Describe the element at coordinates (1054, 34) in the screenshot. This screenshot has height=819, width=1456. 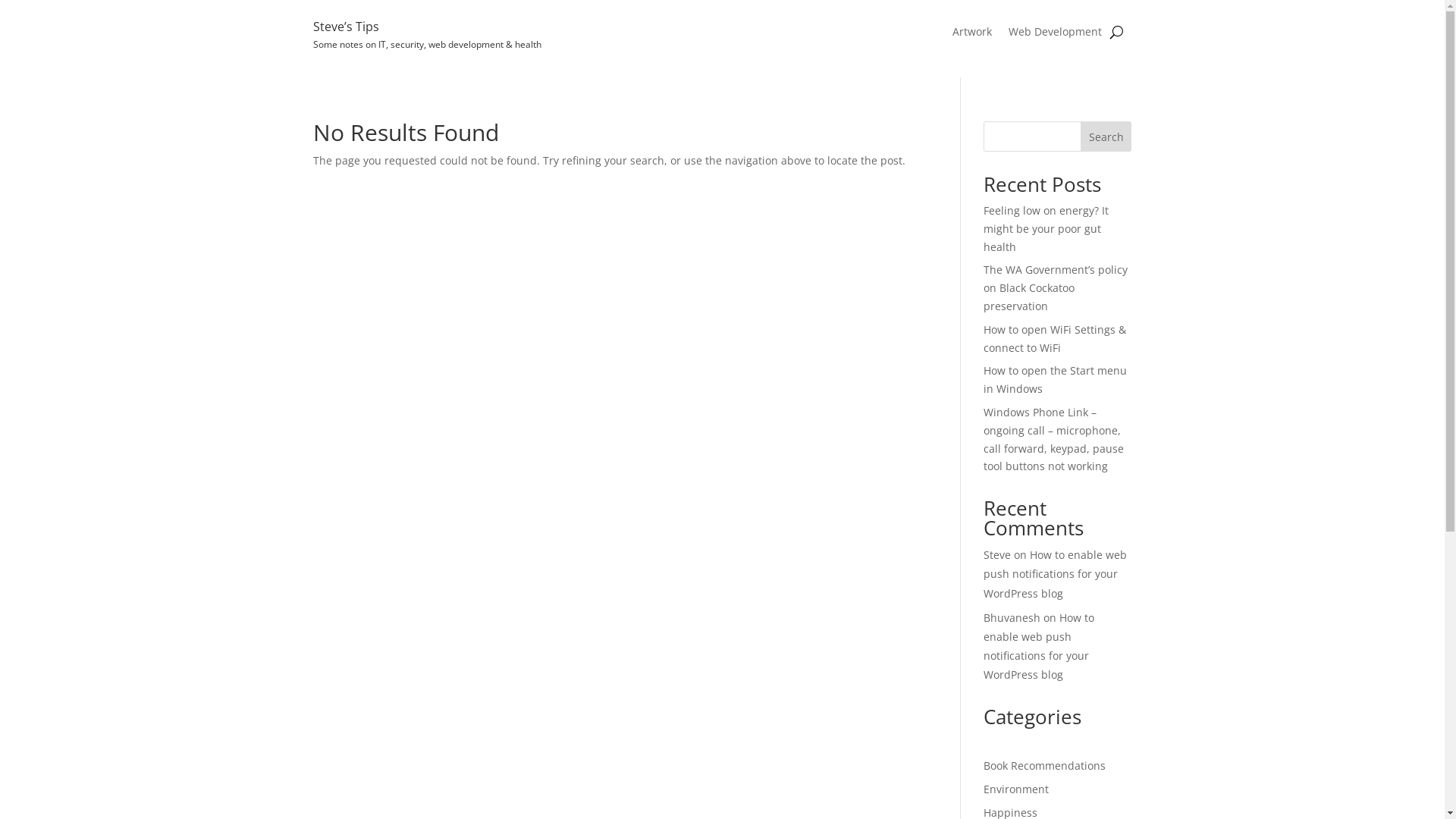
I see `'Web Development'` at that location.